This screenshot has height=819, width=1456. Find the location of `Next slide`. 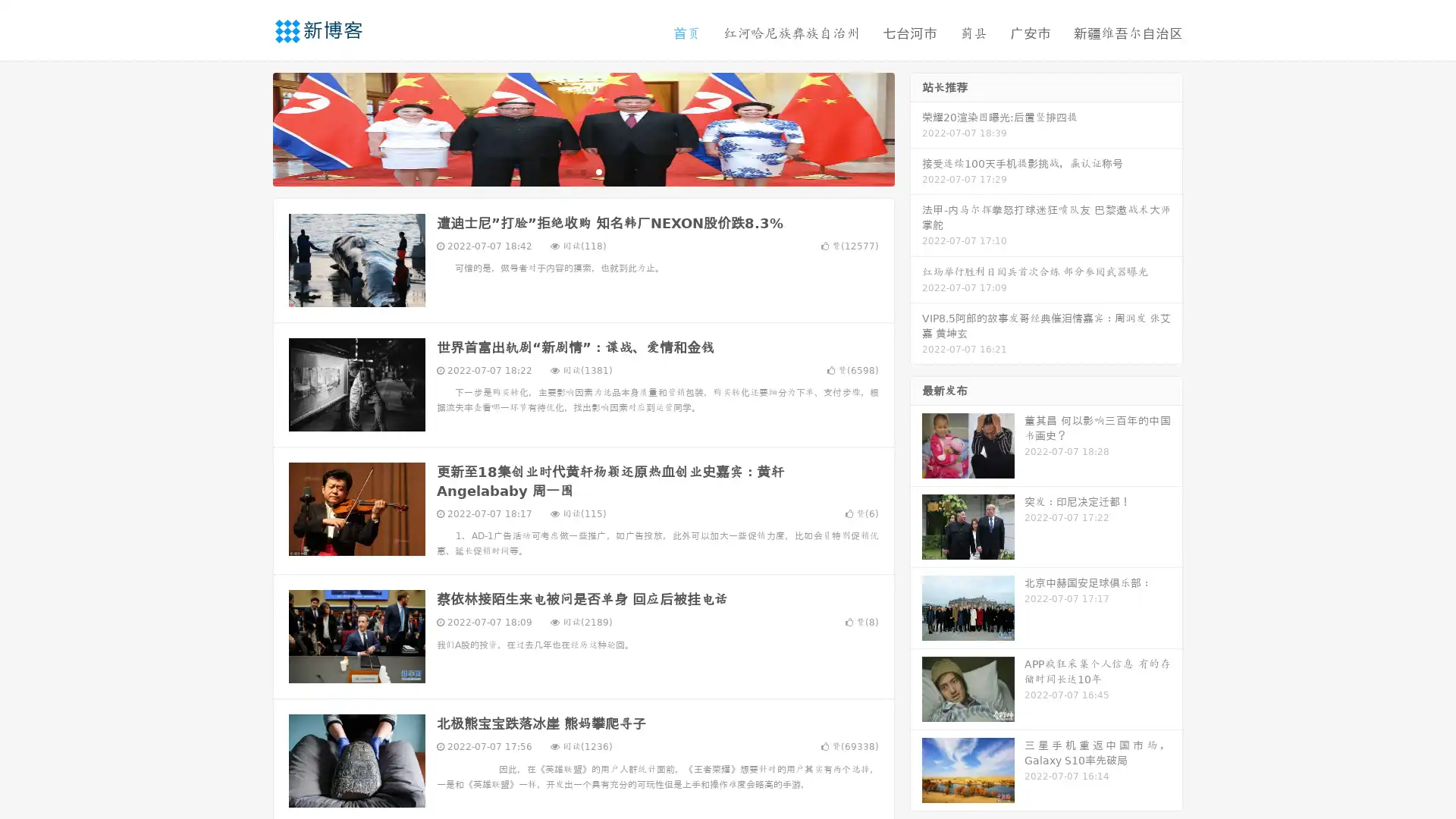

Next slide is located at coordinates (916, 127).